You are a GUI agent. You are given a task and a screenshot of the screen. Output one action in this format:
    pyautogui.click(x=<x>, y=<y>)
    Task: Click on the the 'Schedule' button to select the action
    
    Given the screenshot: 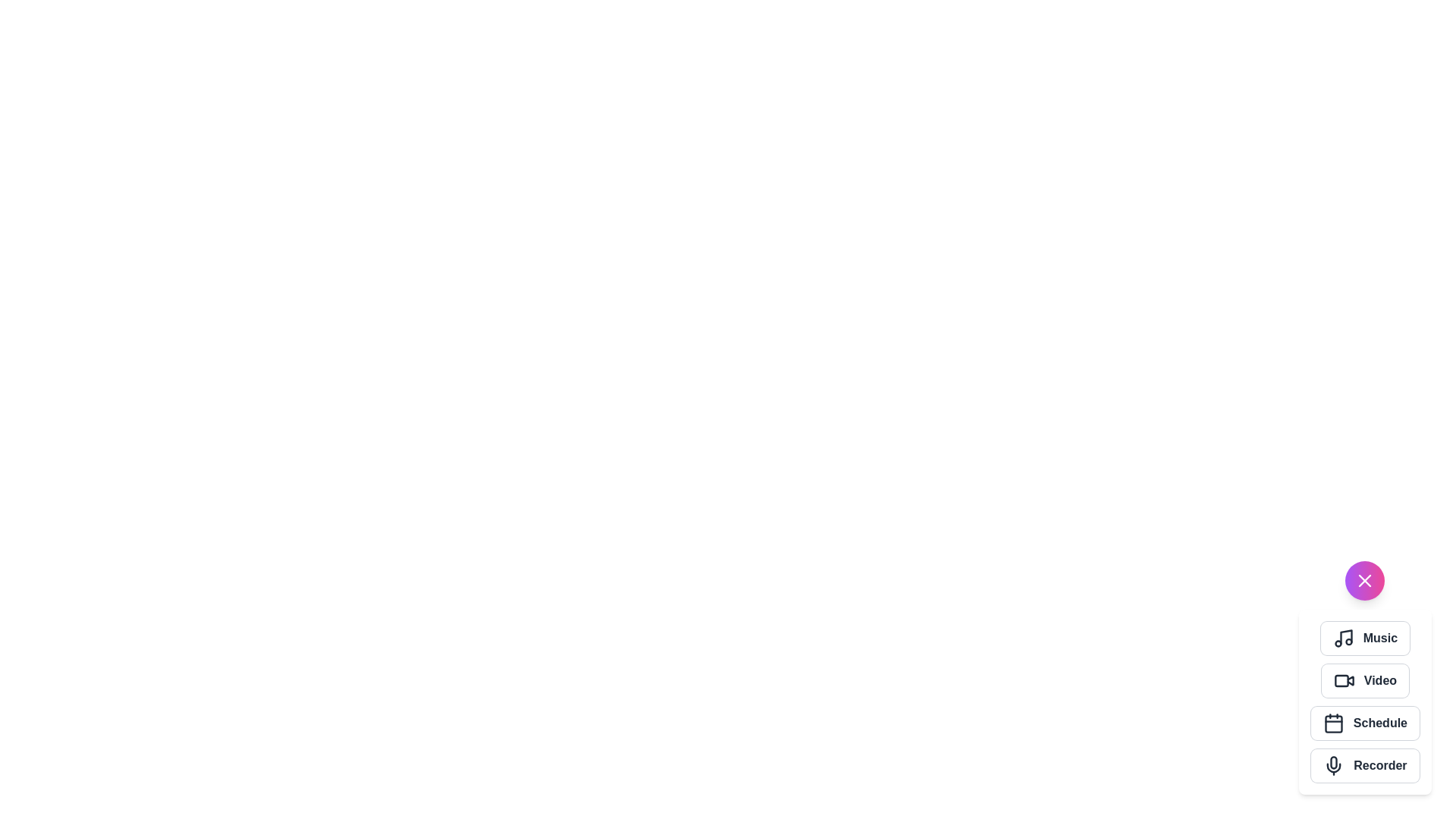 What is the action you would take?
    pyautogui.click(x=1365, y=722)
    